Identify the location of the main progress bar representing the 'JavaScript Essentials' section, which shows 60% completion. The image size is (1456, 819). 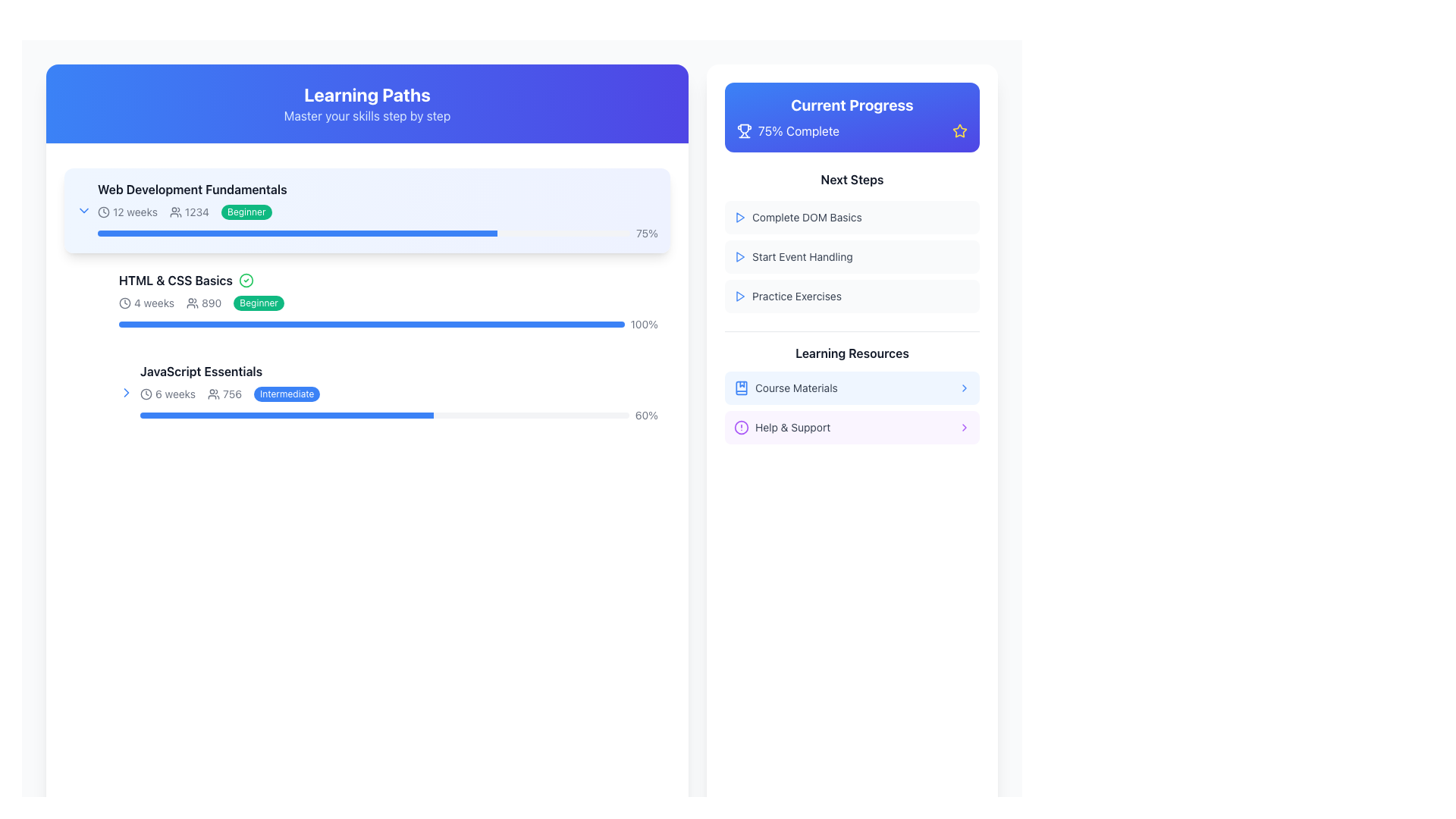
(384, 415).